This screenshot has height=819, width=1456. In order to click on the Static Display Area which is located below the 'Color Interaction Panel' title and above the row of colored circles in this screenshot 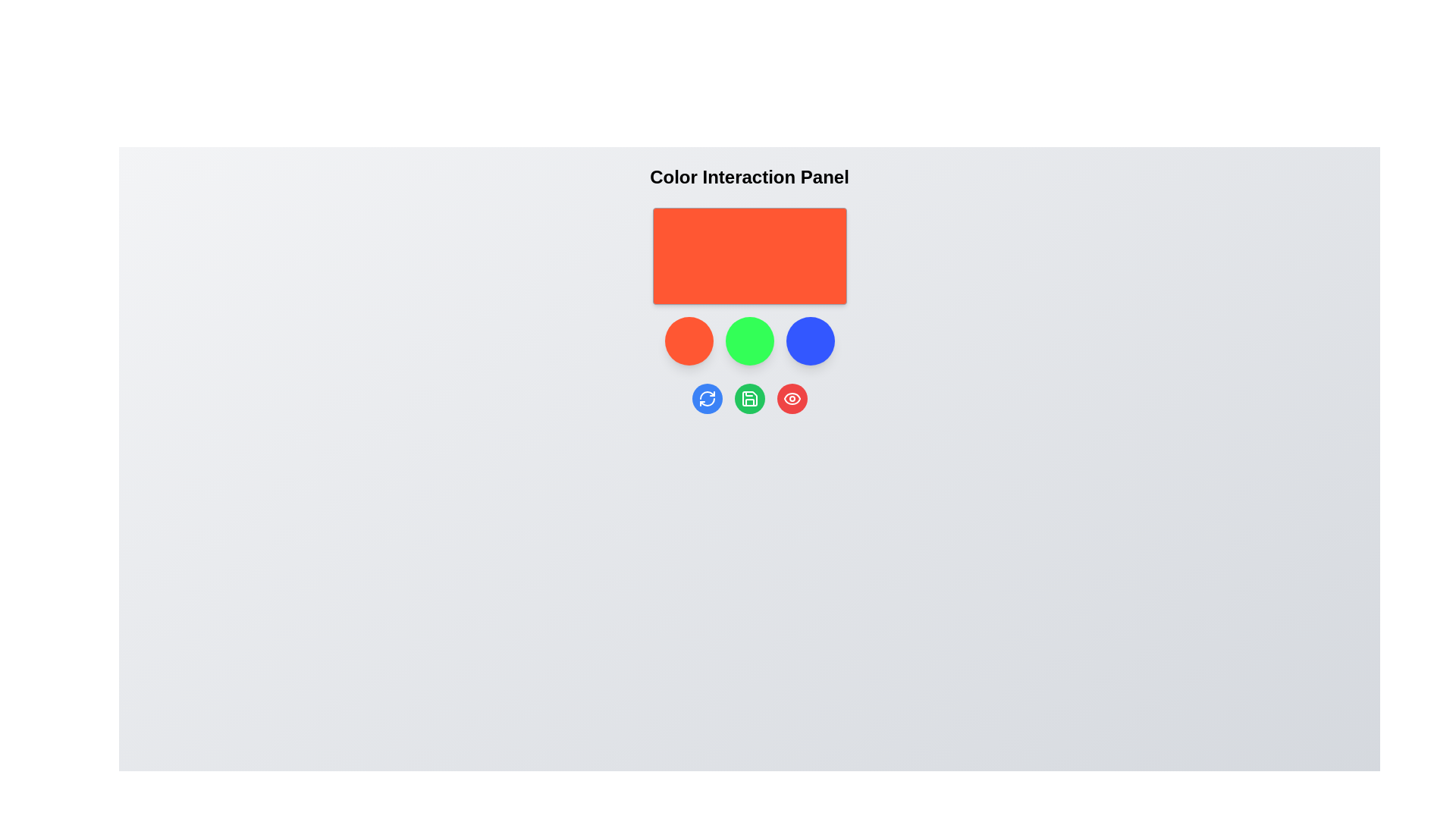, I will do `click(749, 256)`.